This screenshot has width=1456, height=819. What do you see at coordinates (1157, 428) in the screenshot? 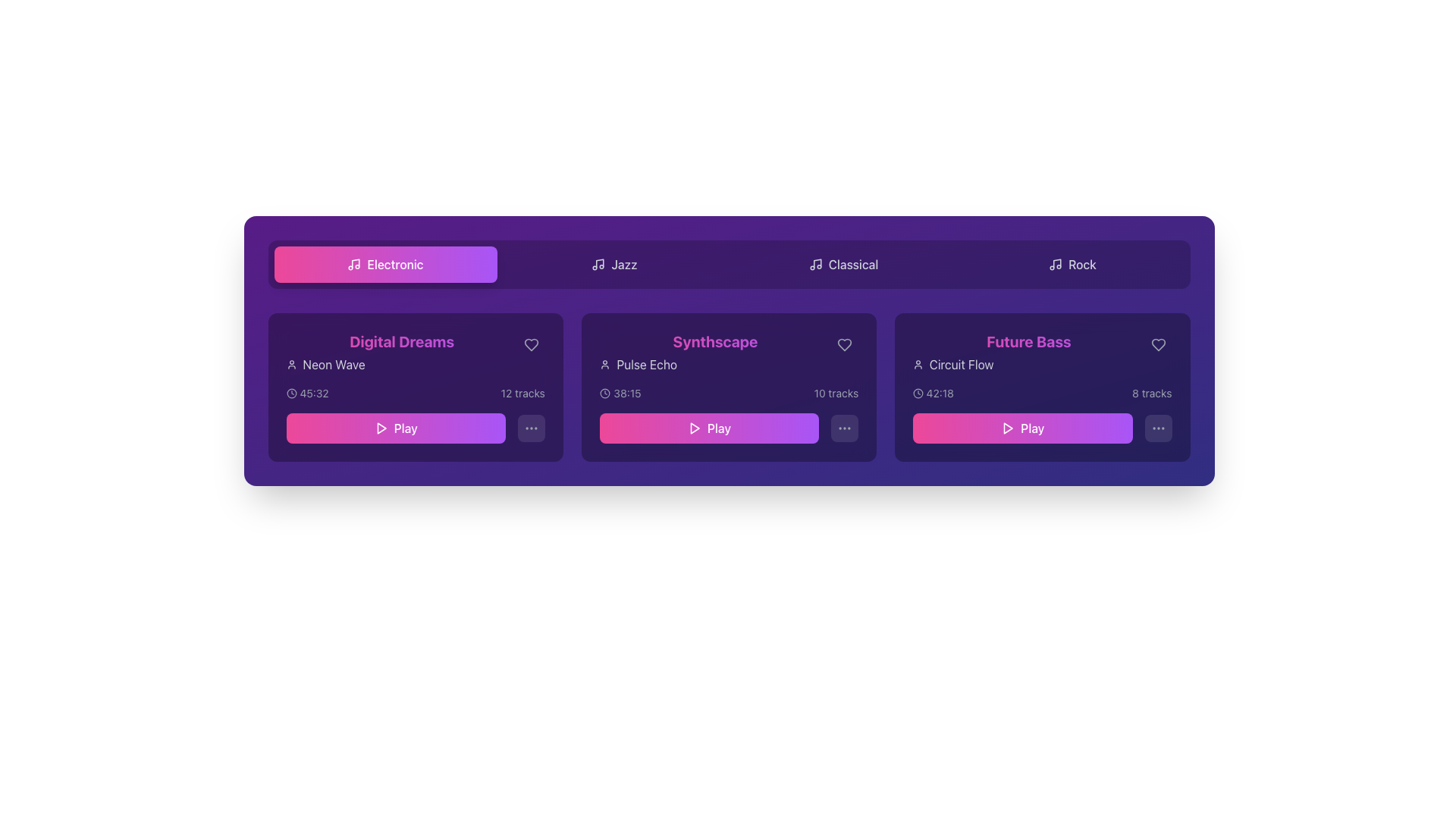
I see `the vertical ellipsis icon consisting of three small circles arranged vertically, located at the bottom right corner of the 'Future Bass' card` at bounding box center [1157, 428].